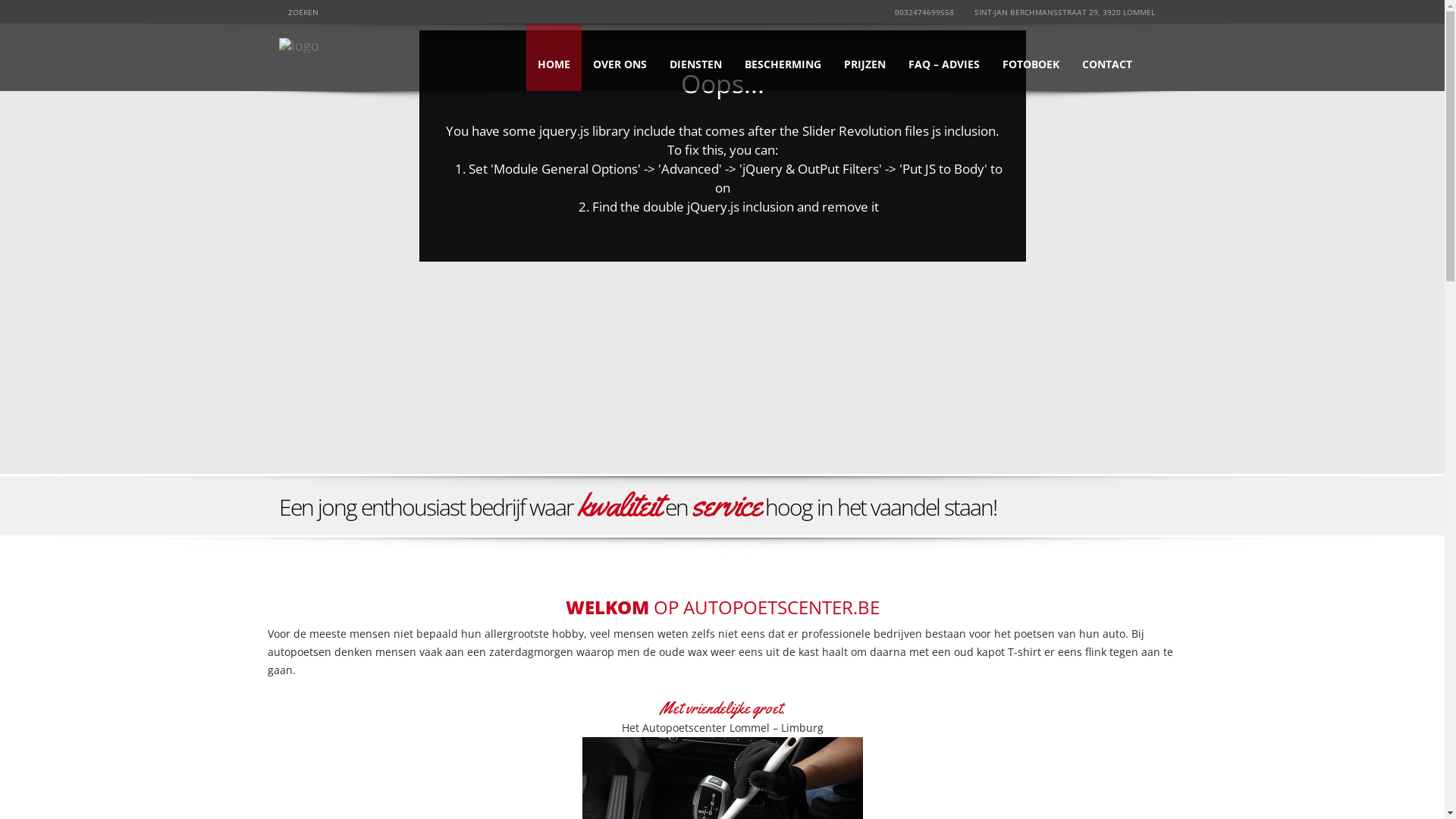 The height and width of the screenshot is (819, 1456). What do you see at coordinates (864, 56) in the screenshot?
I see `'PRIJZEN'` at bounding box center [864, 56].